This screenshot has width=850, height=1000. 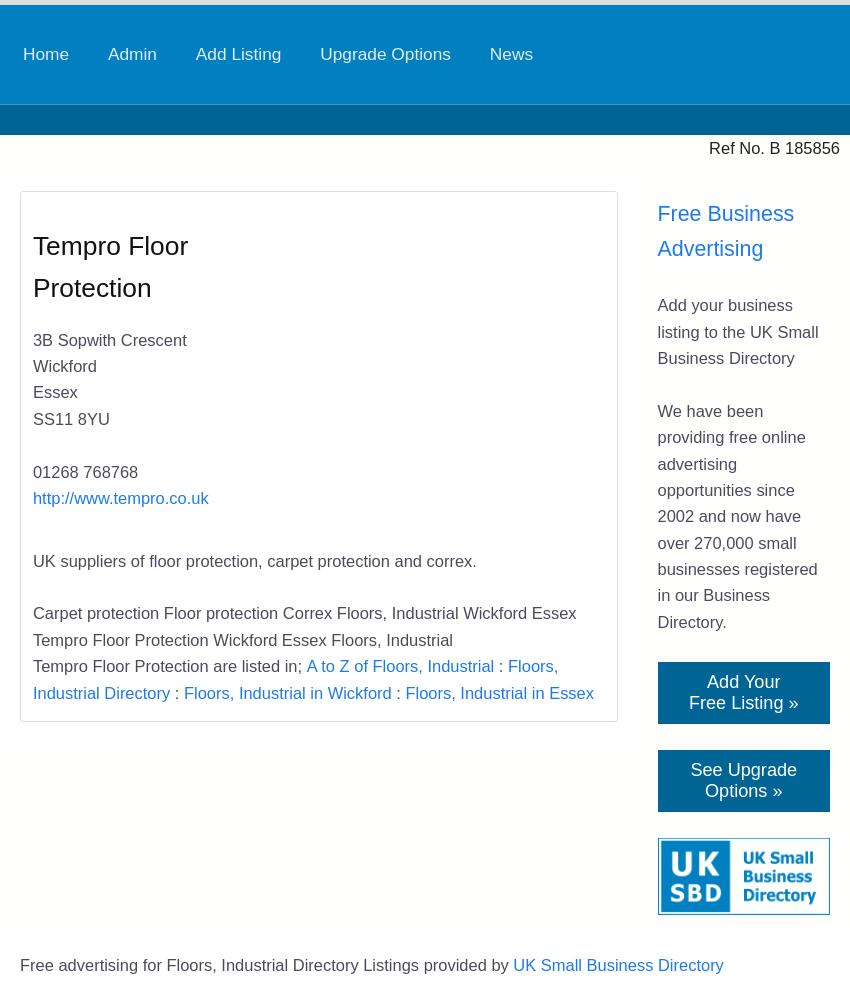 What do you see at coordinates (131, 54) in the screenshot?
I see `'Admin'` at bounding box center [131, 54].